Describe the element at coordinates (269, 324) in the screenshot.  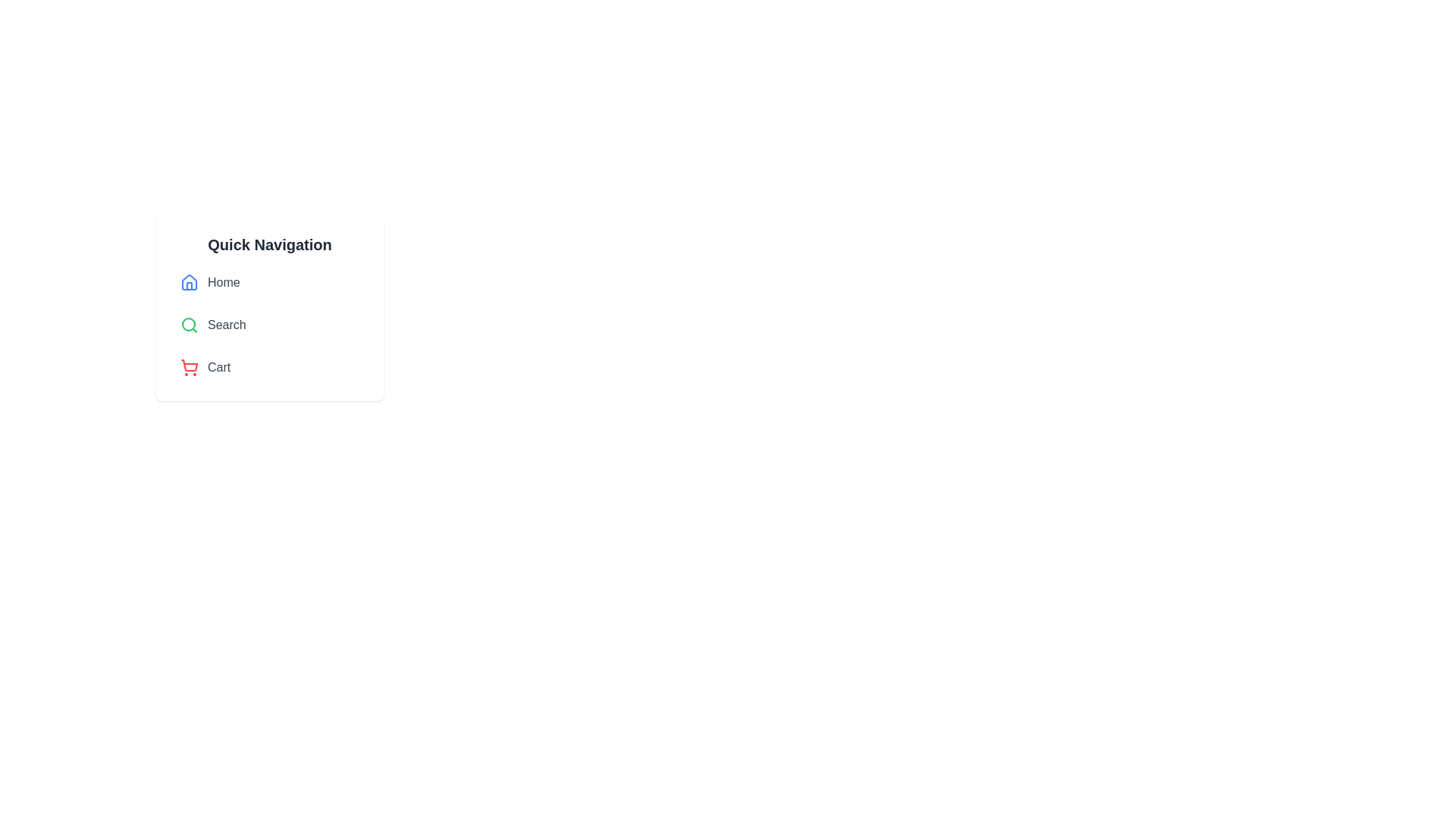
I see `the second navigation item in the vertical navigation menu, located between 'Home' and 'Cart'` at that location.